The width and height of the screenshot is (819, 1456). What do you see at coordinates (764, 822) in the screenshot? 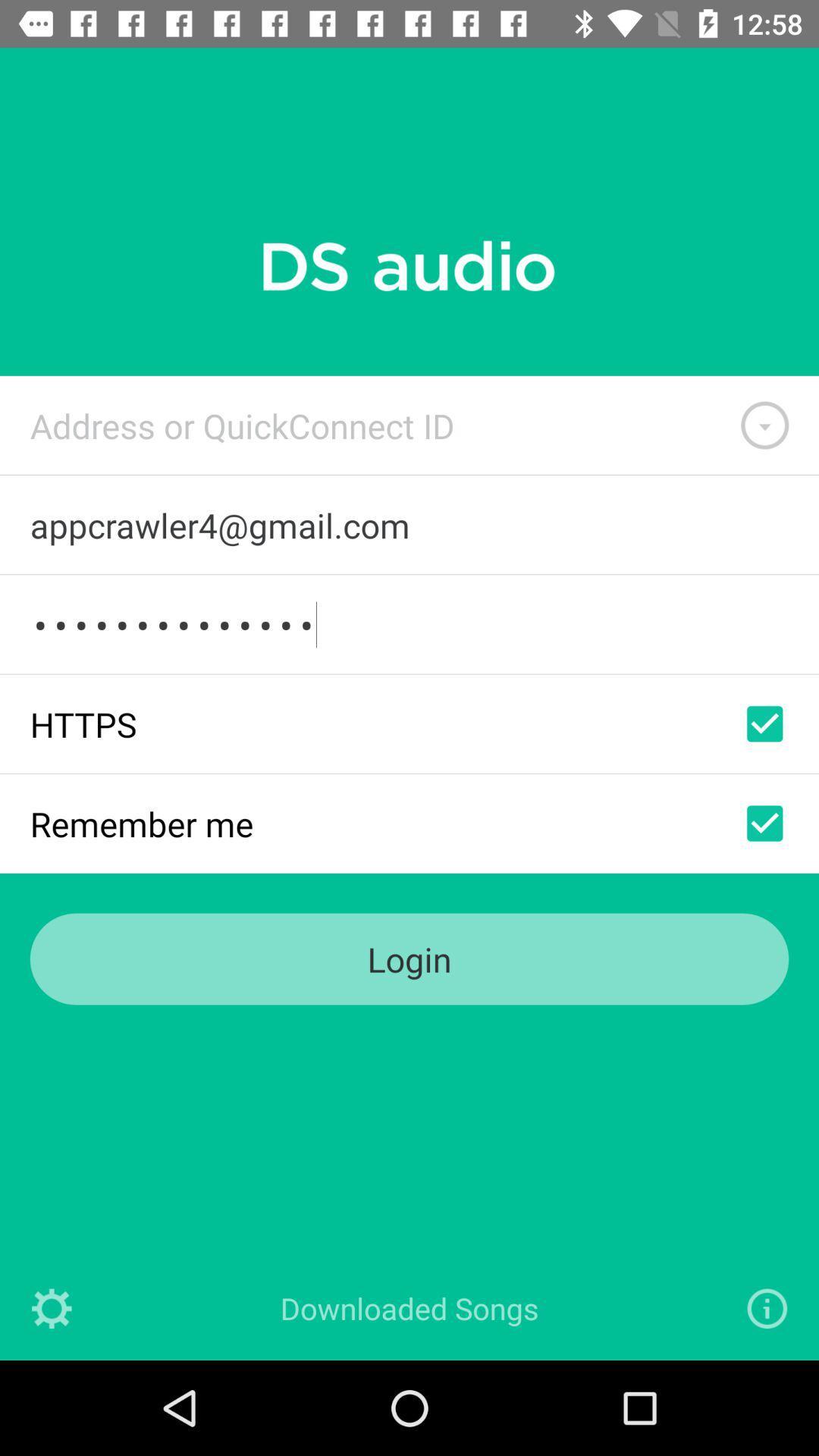
I see `remember me option` at bounding box center [764, 822].